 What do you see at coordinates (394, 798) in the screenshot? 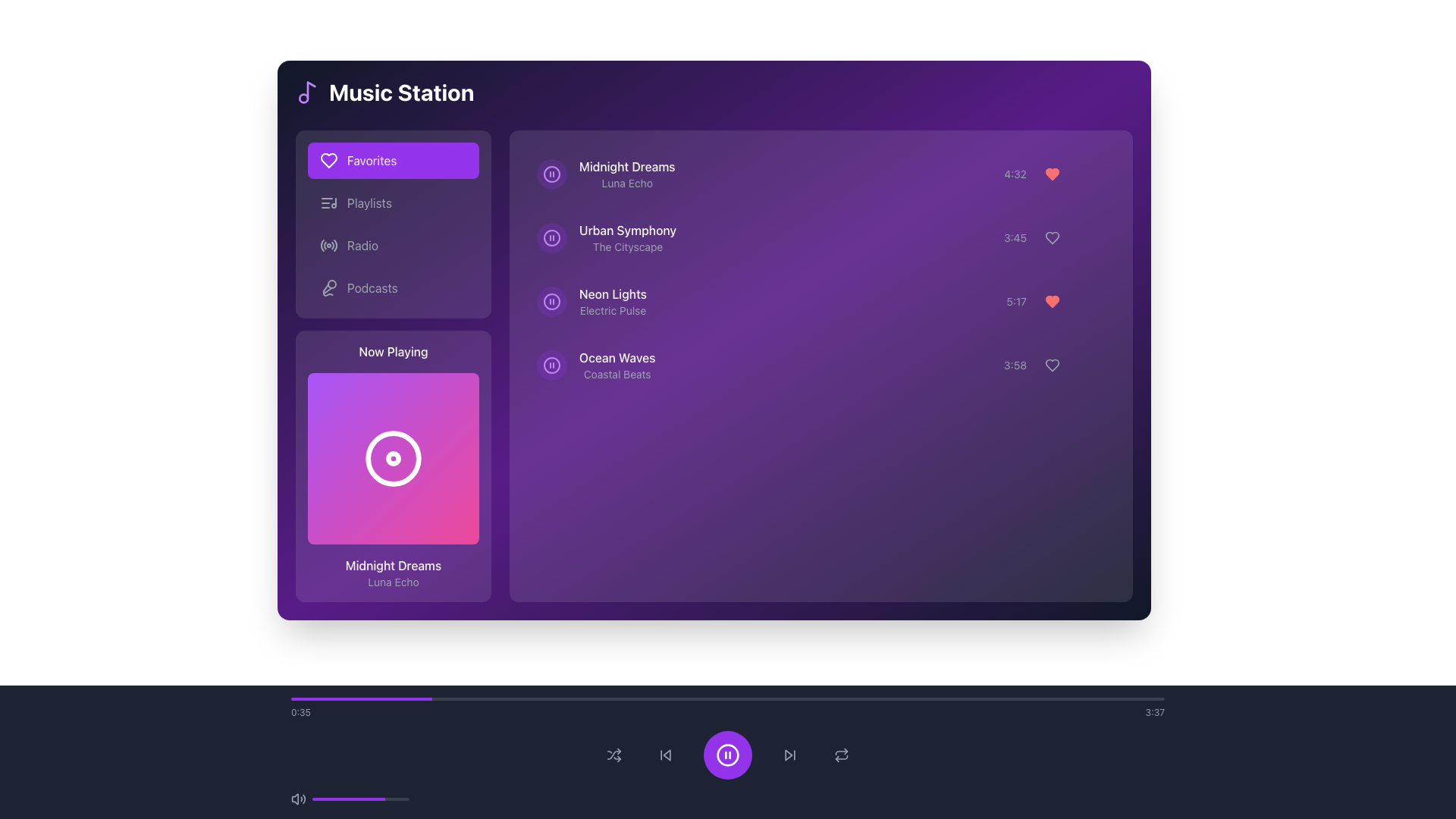
I see `the progress` at bounding box center [394, 798].